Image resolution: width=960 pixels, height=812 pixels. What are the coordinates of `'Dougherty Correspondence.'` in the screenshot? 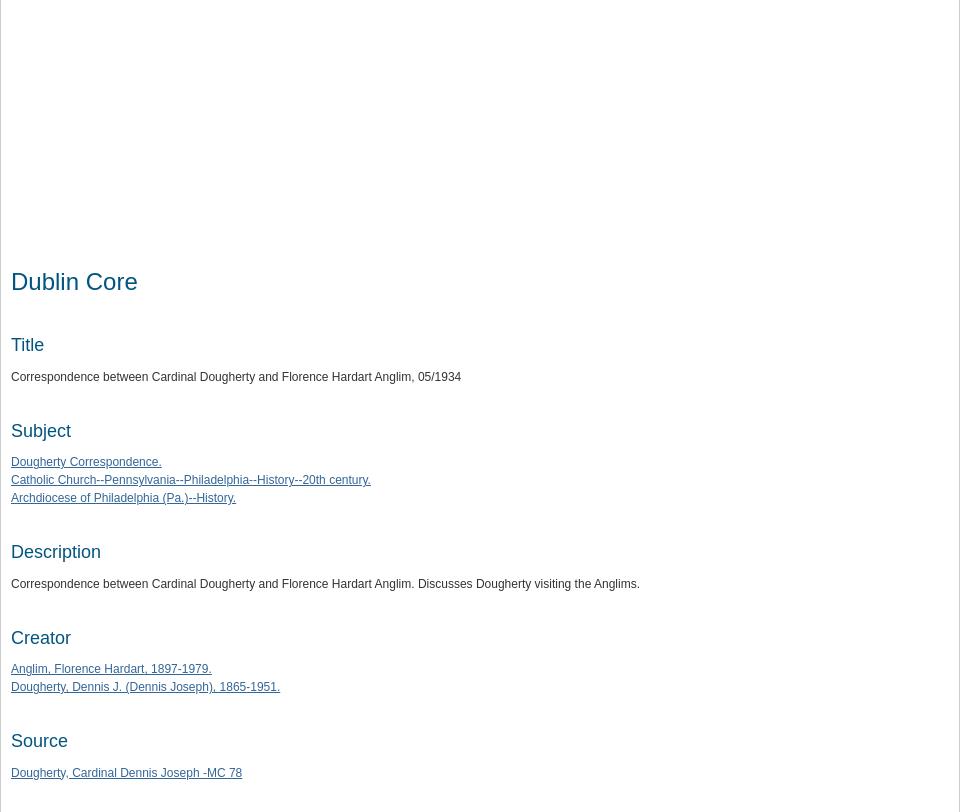 It's located at (86, 462).